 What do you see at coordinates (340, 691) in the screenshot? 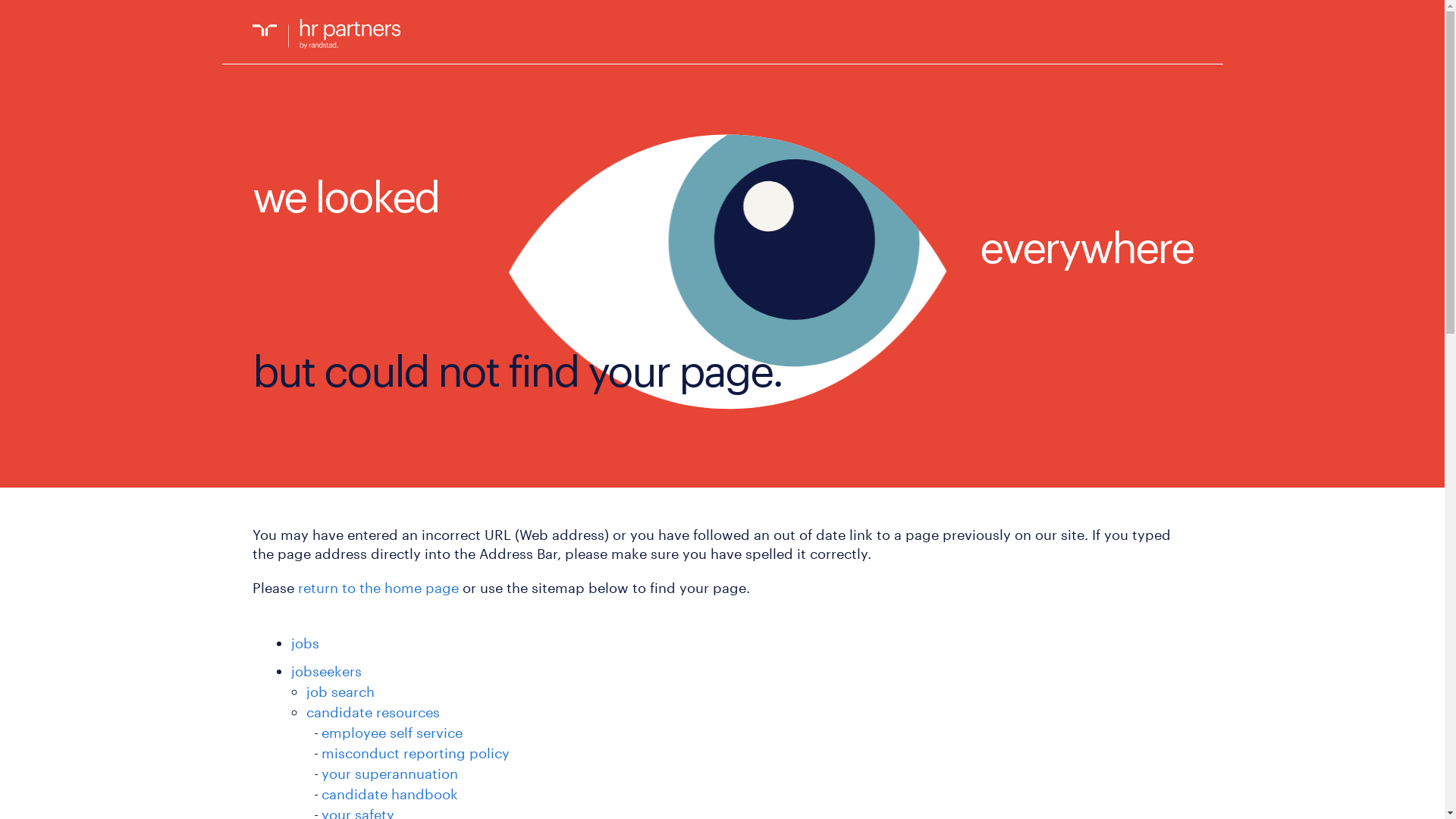
I see `'job search'` at bounding box center [340, 691].